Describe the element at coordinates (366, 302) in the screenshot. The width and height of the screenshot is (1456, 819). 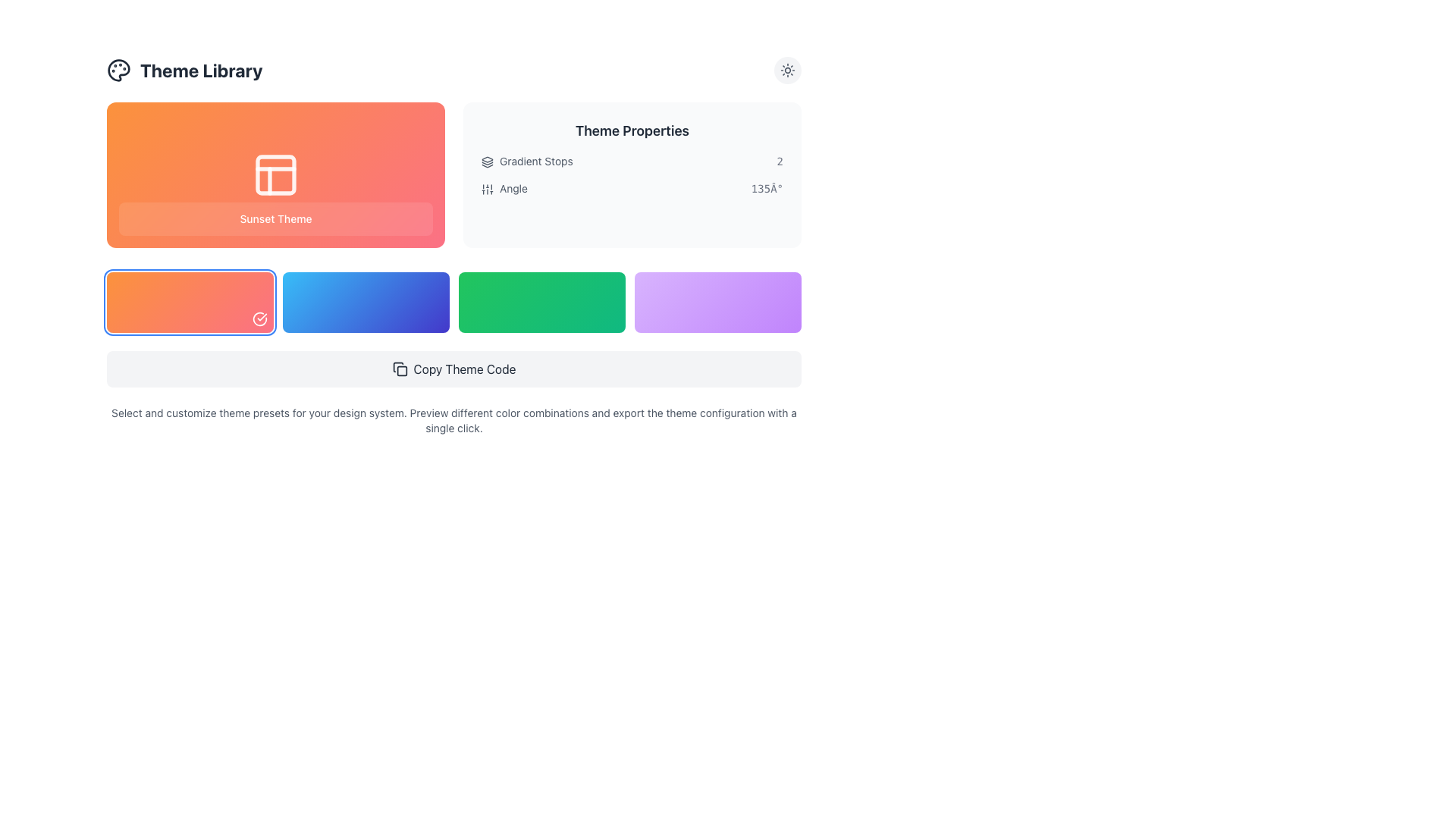
I see `the rounded rectangular button with a blue gradient located below the 'Sunset Theme' component` at that location.